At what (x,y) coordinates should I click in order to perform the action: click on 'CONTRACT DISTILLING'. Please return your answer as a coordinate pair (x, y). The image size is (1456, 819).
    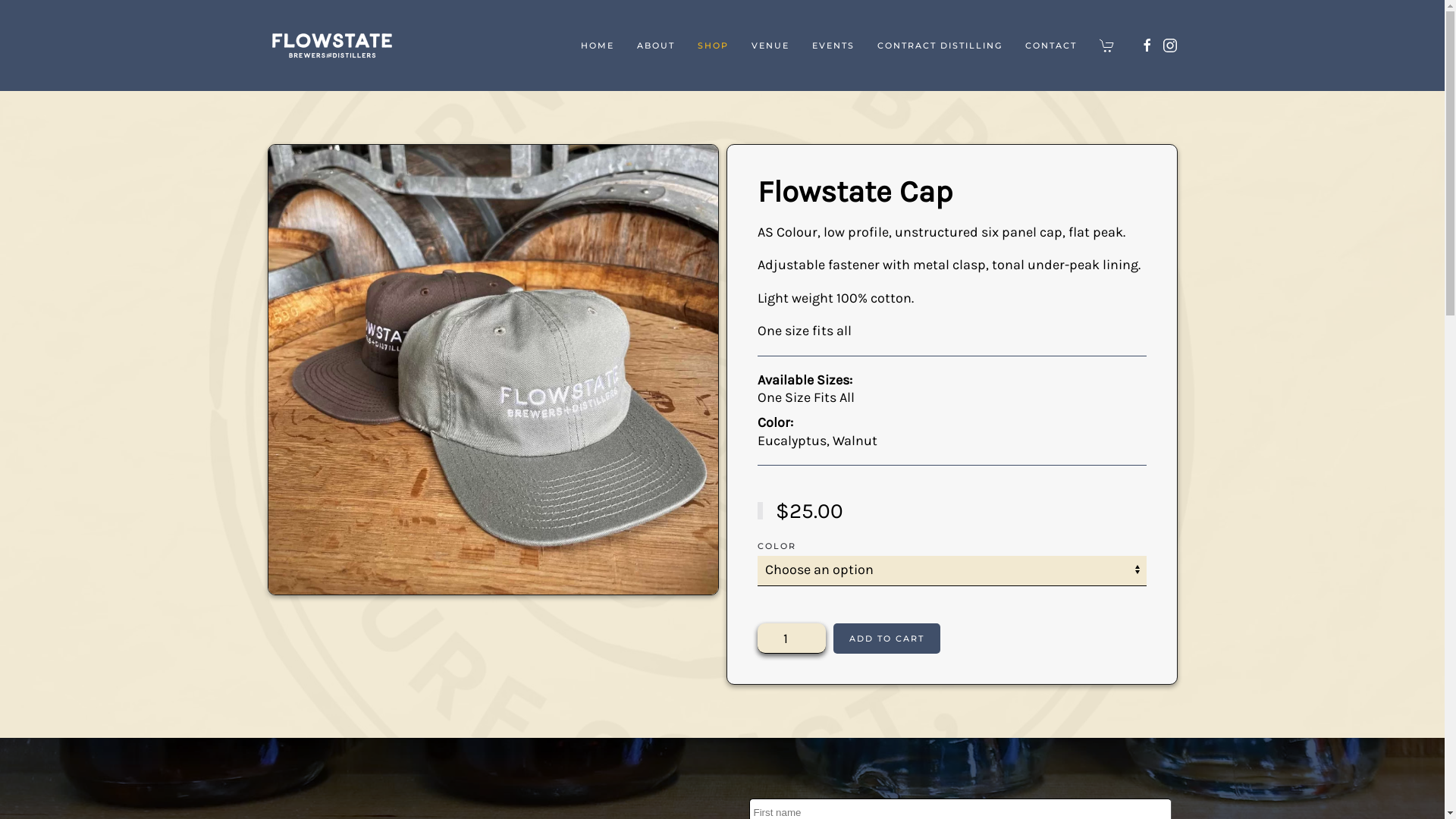
    Looking at the image, I should click on (877, 45).